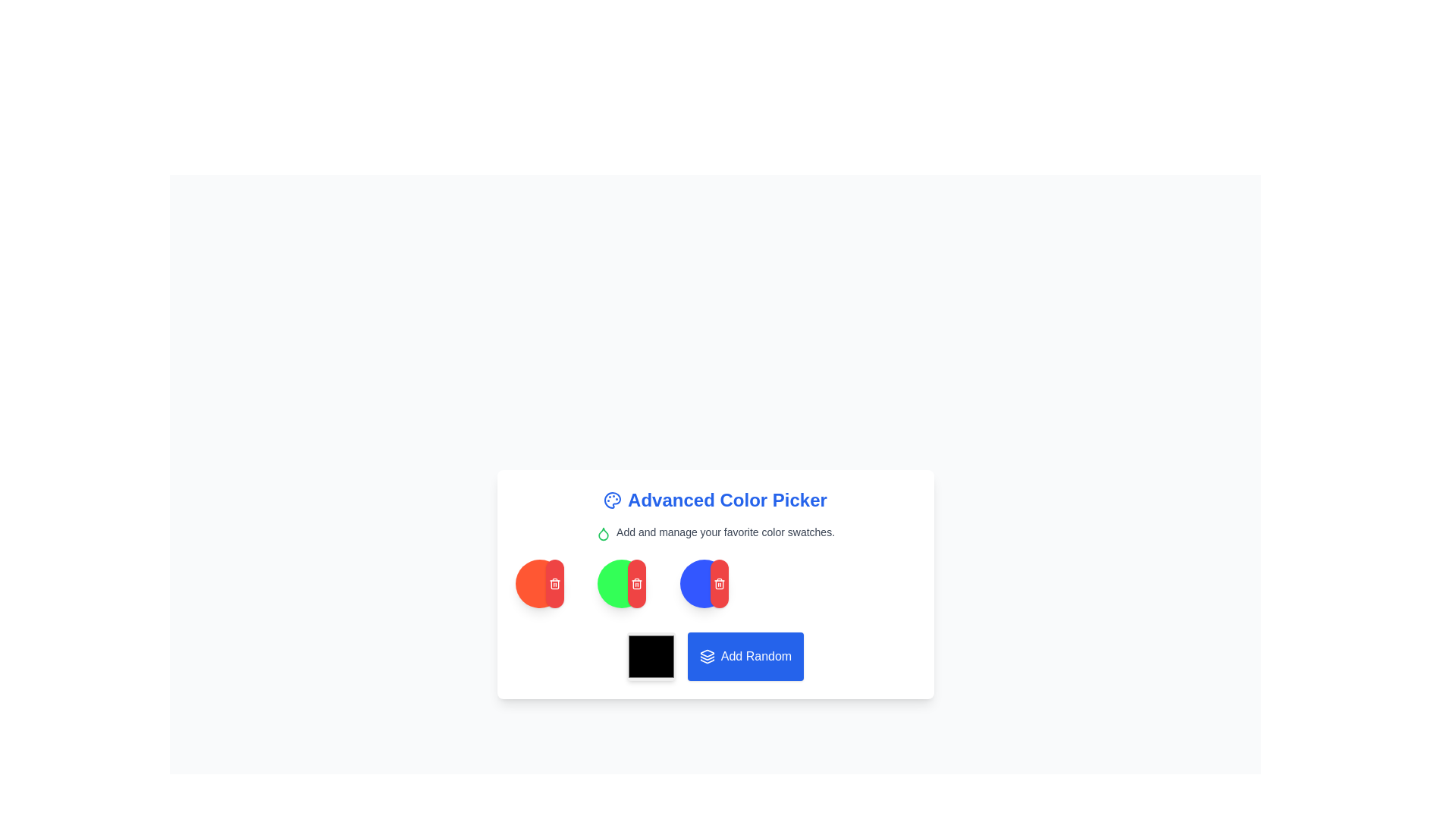  What do you see at coordinates (714, 582) in the screenshot?
I see `the grid layout containing circular color swatches, positioned below the text 'Add and manage your favorite color swatches'` at bounding box center [714, 582].